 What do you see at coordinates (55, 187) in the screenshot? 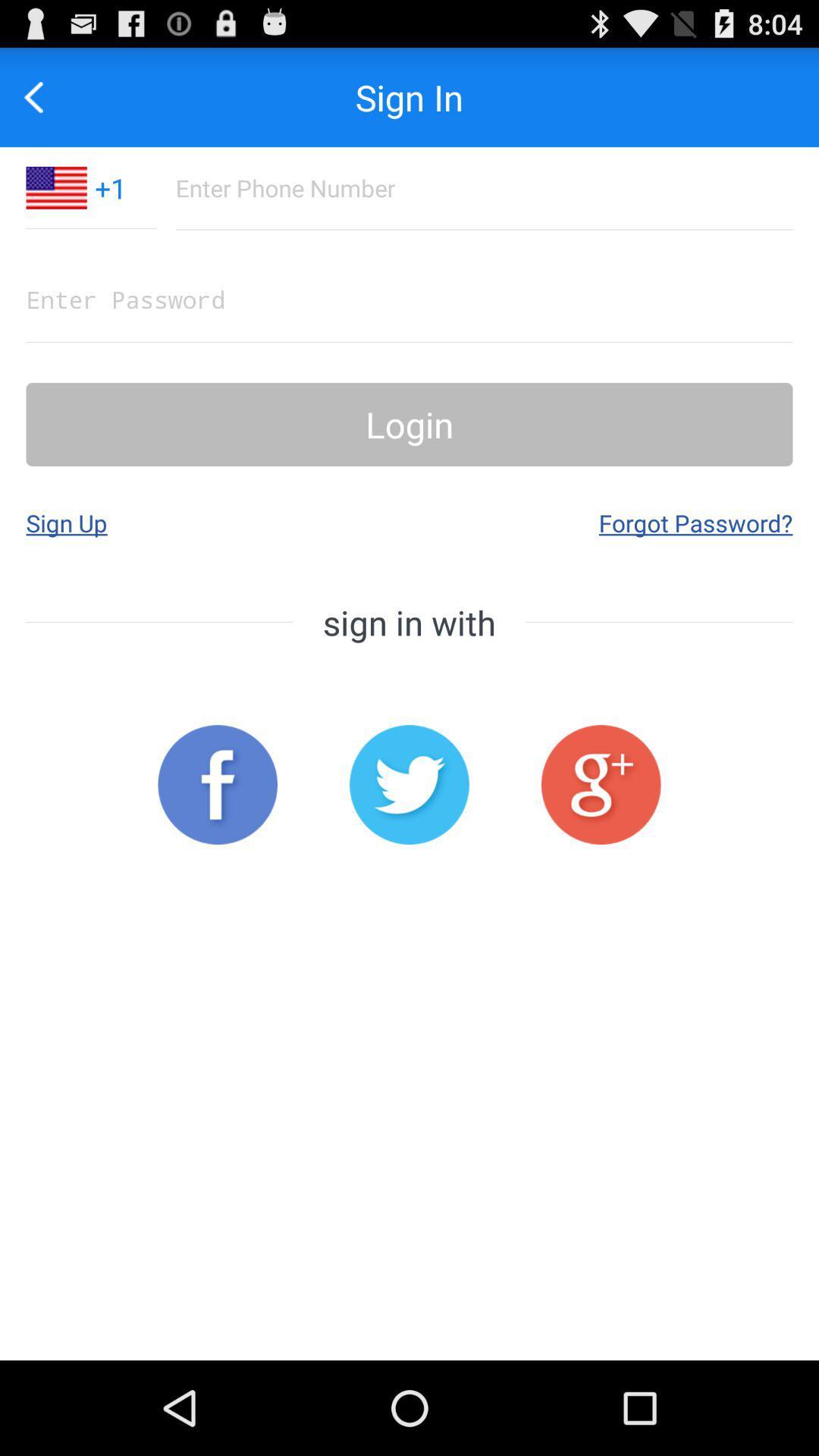
I see `the item to the left of the +1 item` at bounding box center [55, 187].